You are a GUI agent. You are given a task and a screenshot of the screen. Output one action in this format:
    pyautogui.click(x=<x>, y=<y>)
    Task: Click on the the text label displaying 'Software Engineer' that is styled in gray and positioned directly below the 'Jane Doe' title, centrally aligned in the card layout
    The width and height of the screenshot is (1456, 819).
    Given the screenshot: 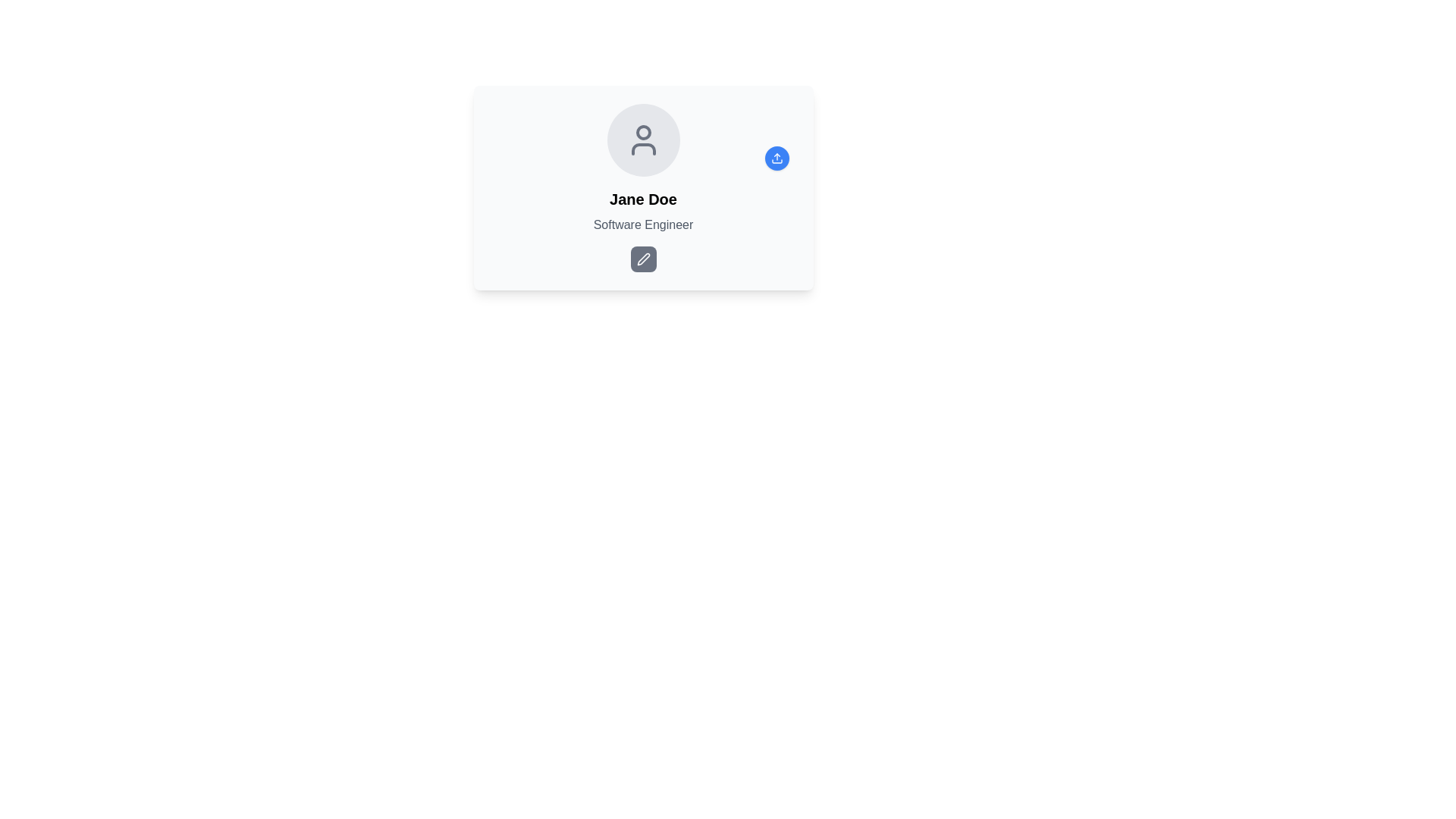 What is the action you would take?
    pyautogui.click(x=643, y=225)
    